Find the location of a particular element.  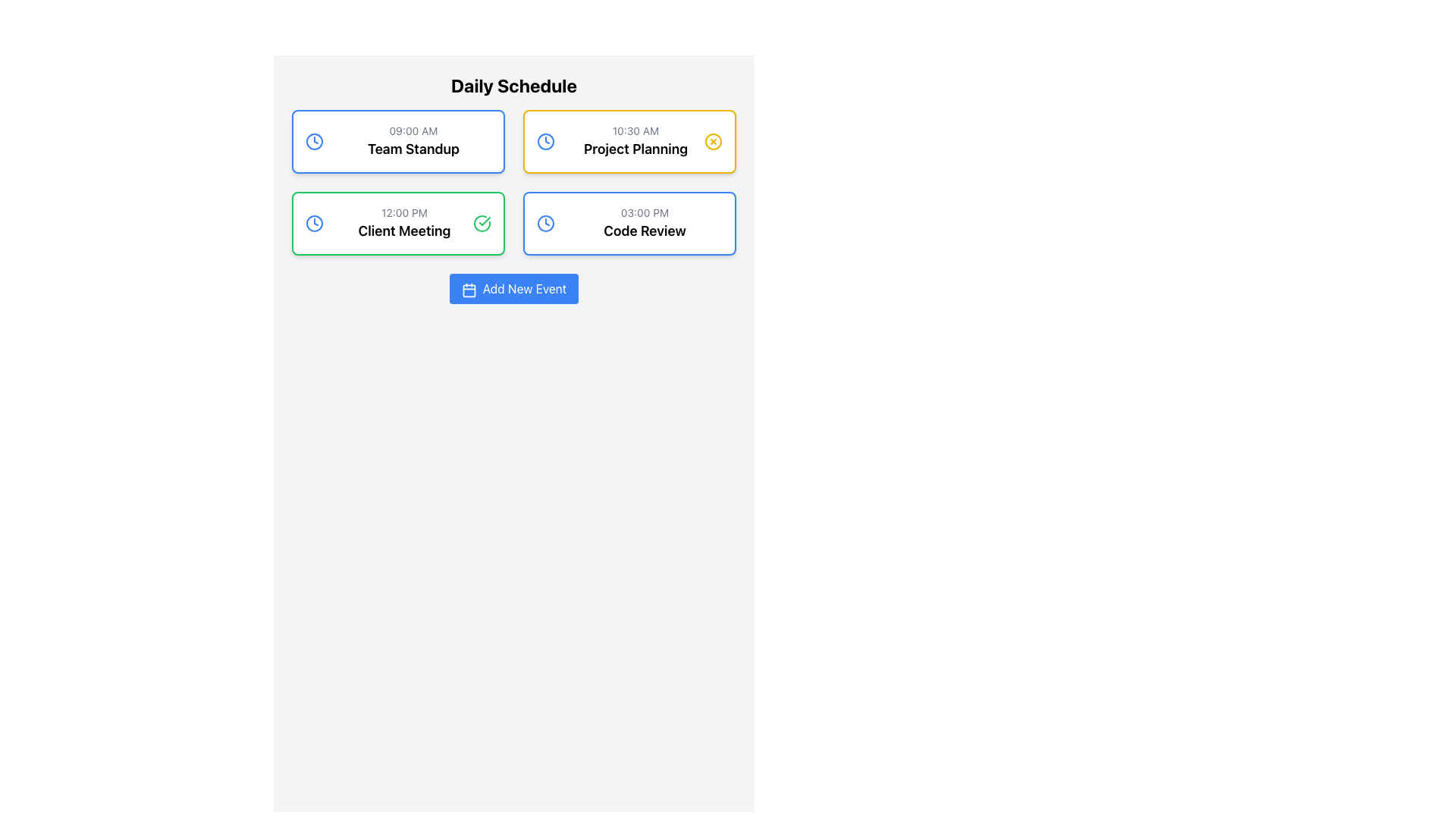

the clock icon representing the scheduled time for the 'Project Planning' event, located at the left side of the card before the text '10:30 AM' is located at coordinates (546, 141).